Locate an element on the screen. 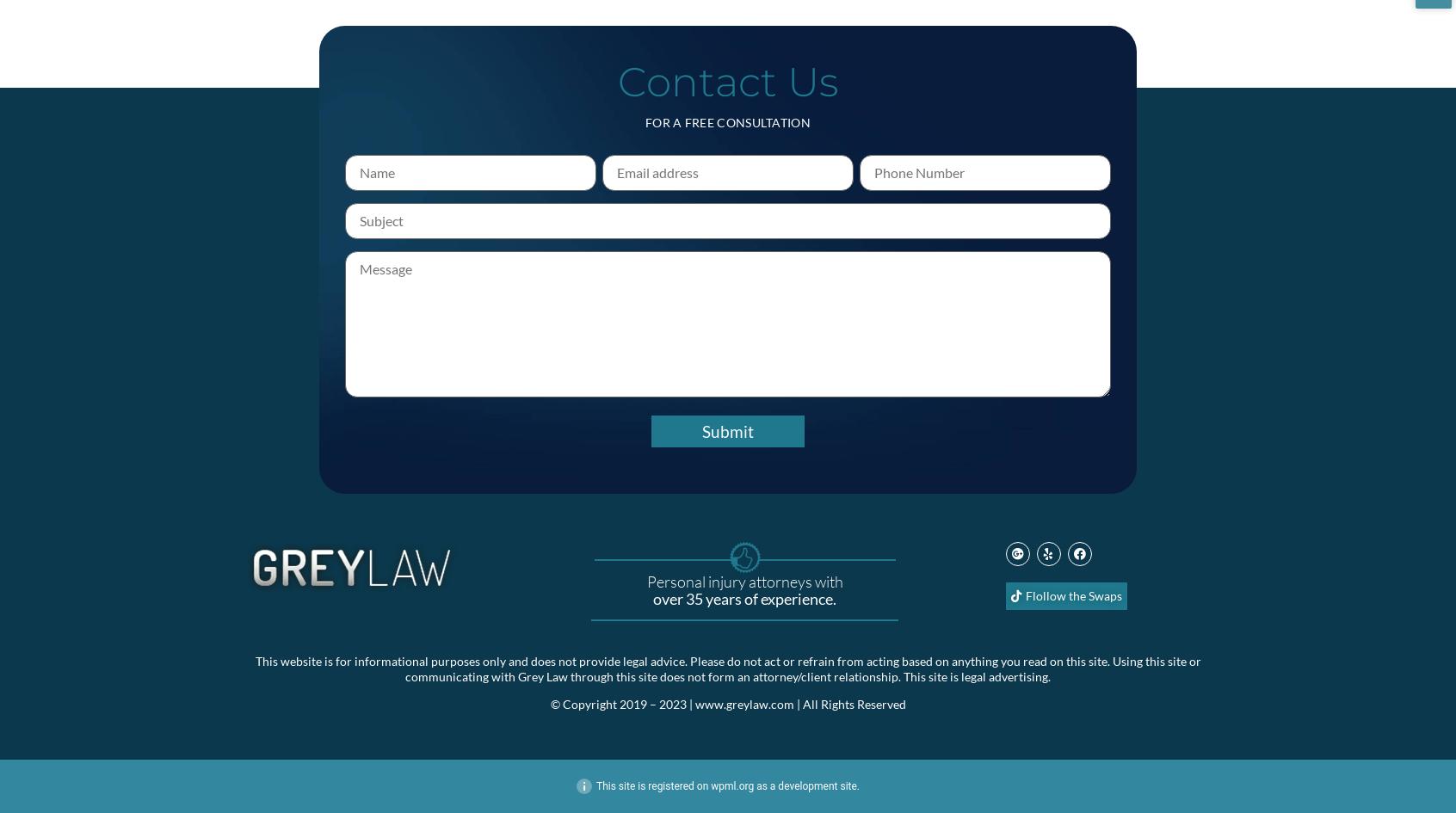 The width and height of the screenshot is (1456, 813). 'Personal injury attorneys with' is located at coordinates (743, 581).